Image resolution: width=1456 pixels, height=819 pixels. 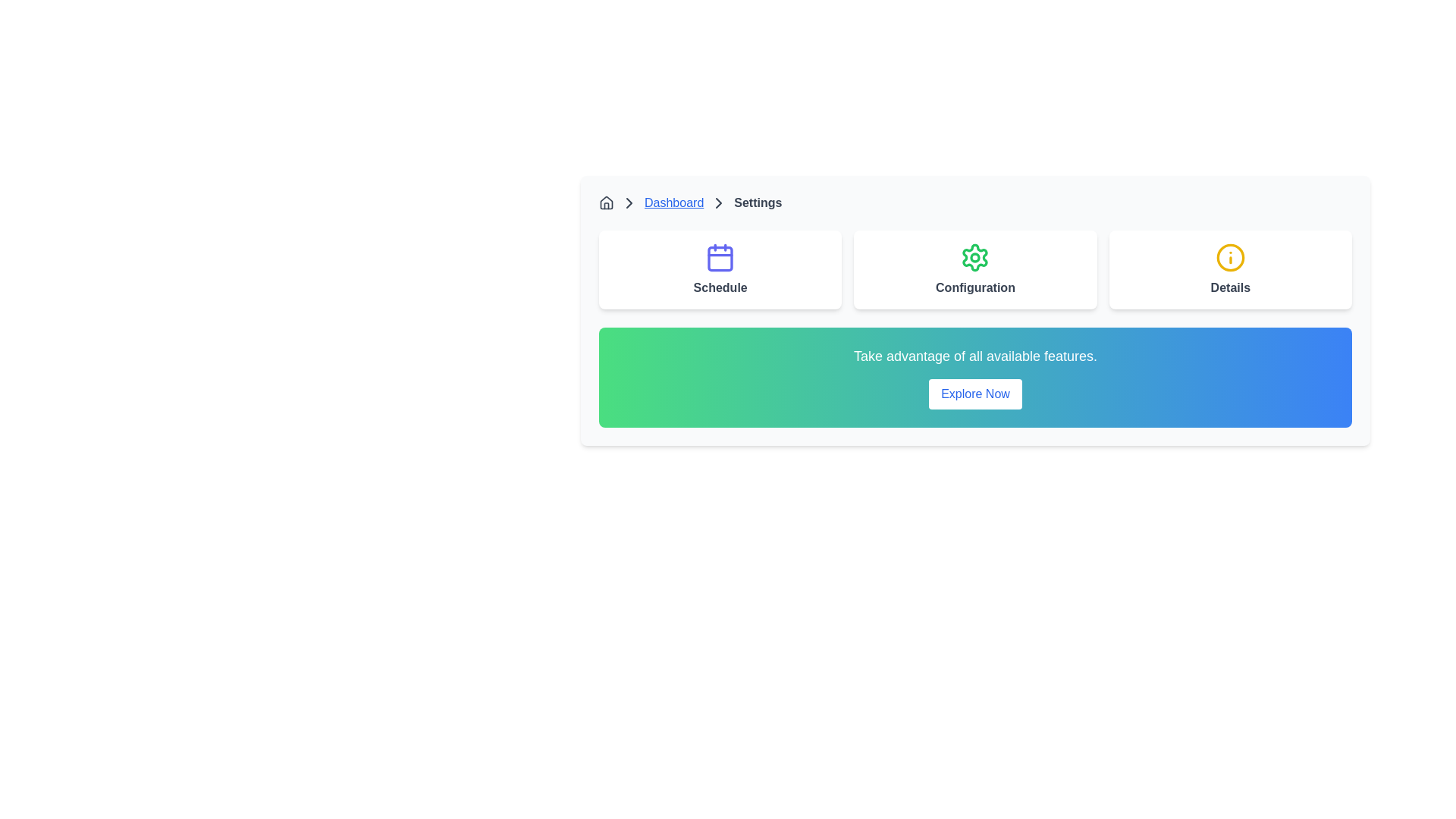 What do you see at coordinates (629, 202) in the screenshot?
I see `the first chevron icon in the breadcrumb navigation bar that is positioned between the home icon and the 'Dashboard' text link` at bounding box center [629, 202].